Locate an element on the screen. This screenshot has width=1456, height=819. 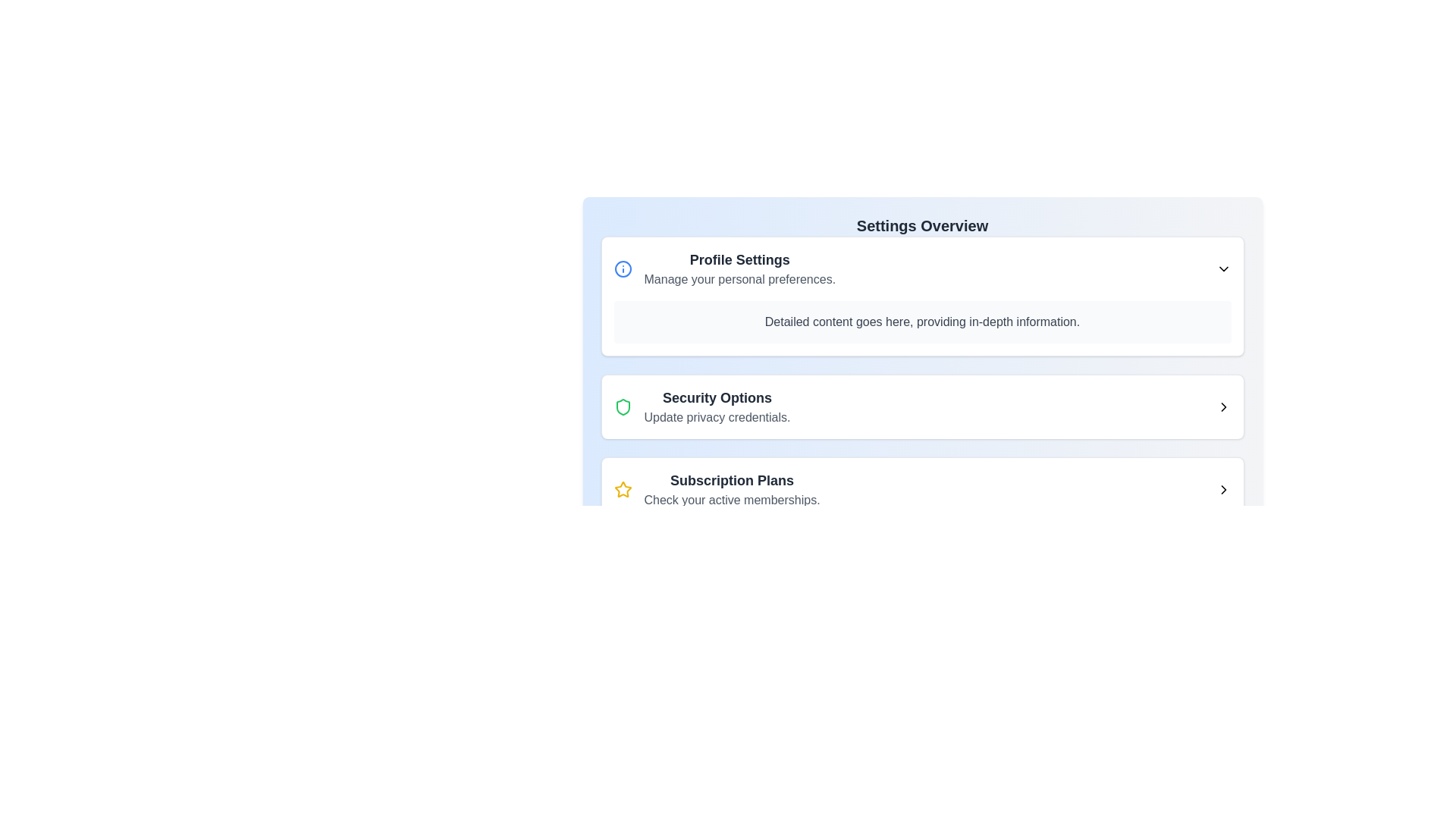
the text label that says 'Manage your personal preferences.' located below the 'Profile Settings' header within the 'Settings Overview' section is located at coordinates (739, 280).